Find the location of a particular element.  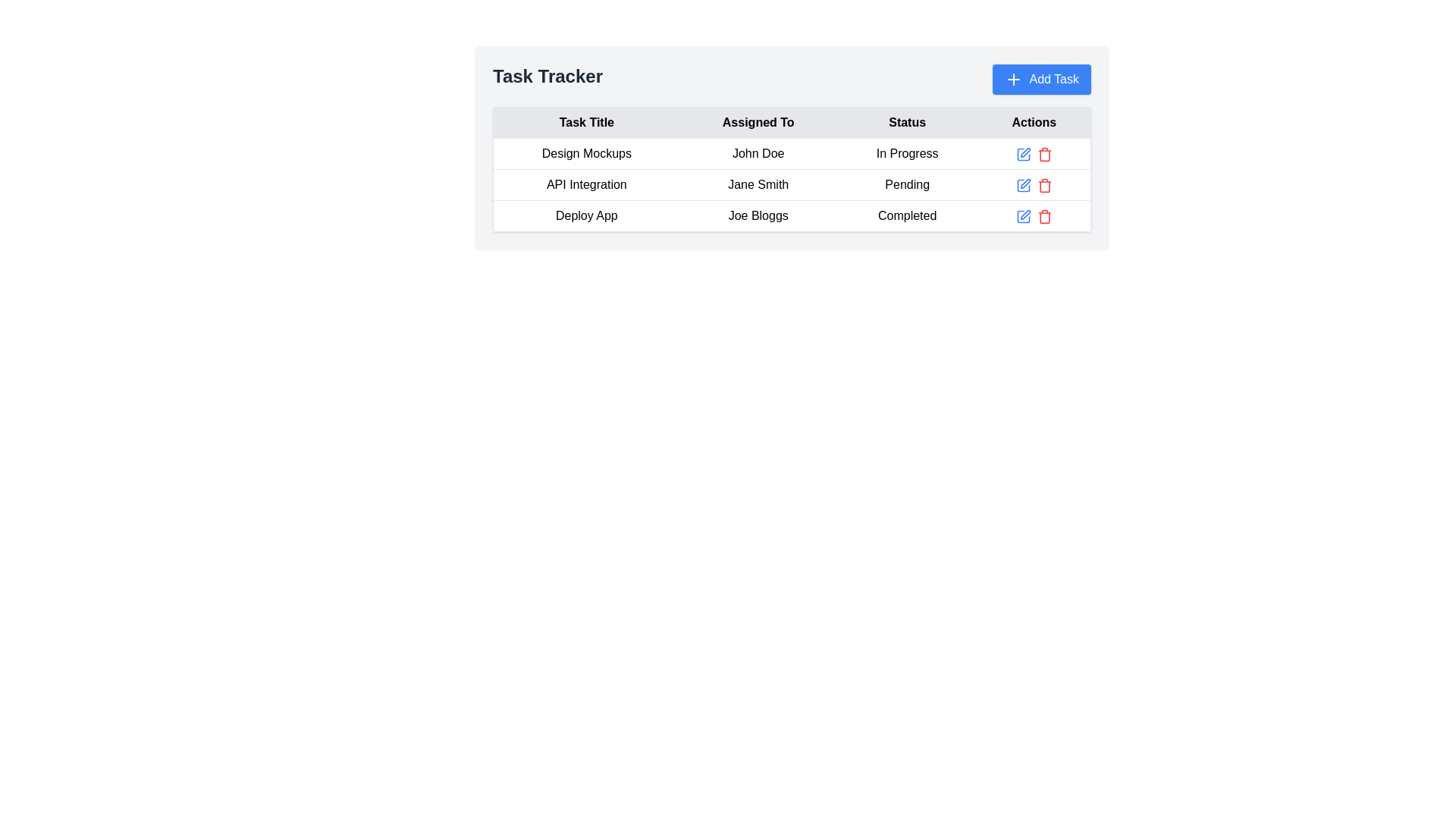

the text label displaying 'In Progress' within the table cell under the 'Status' column for the task 'Design Mockups' is located at coordinates (907, 154).